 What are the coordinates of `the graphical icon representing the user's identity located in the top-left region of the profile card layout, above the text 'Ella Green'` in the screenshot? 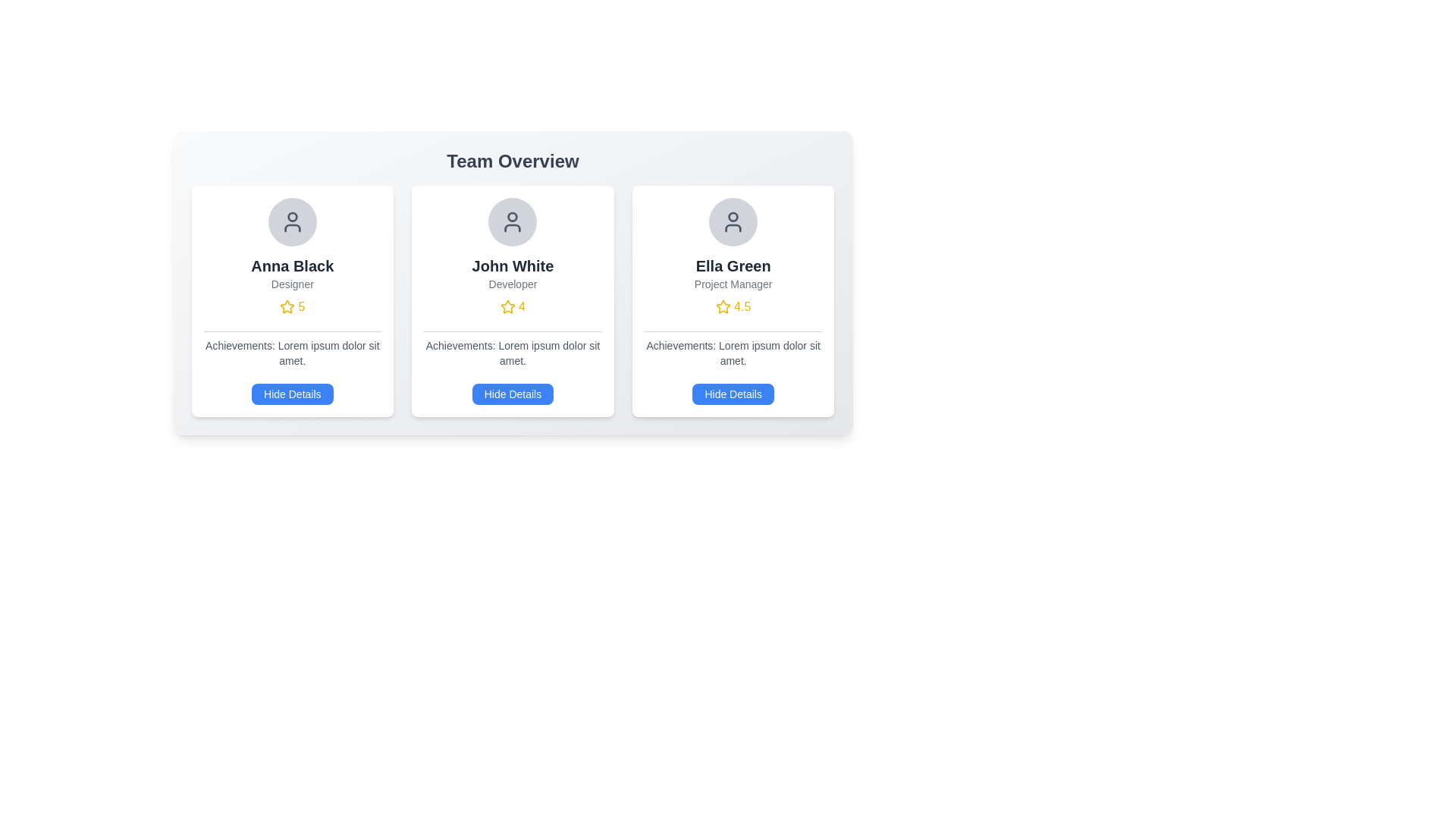 It's located at (733, 217).